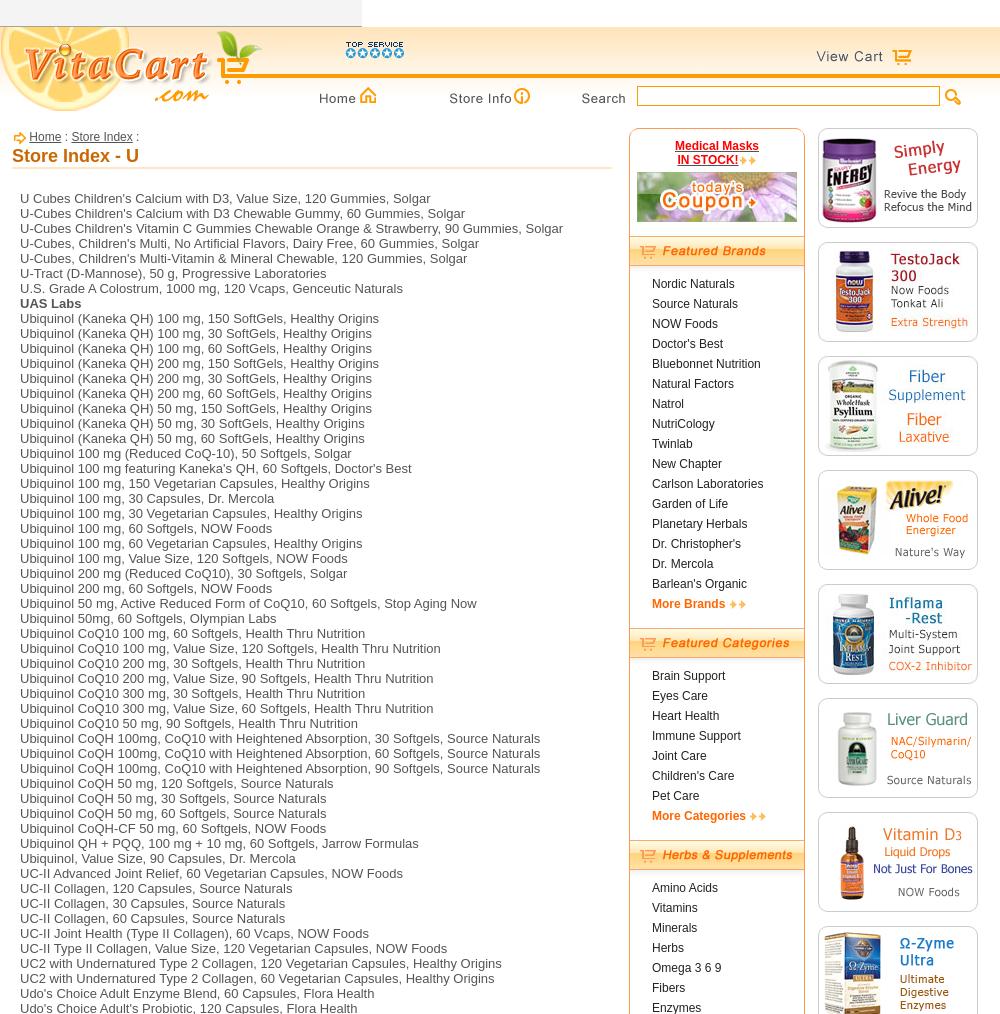 This screenshot has width=1000, height=1014. Describe the element at coordinates (652, 343) in the screenshot. I see `'Doctor's Best'` at that location.